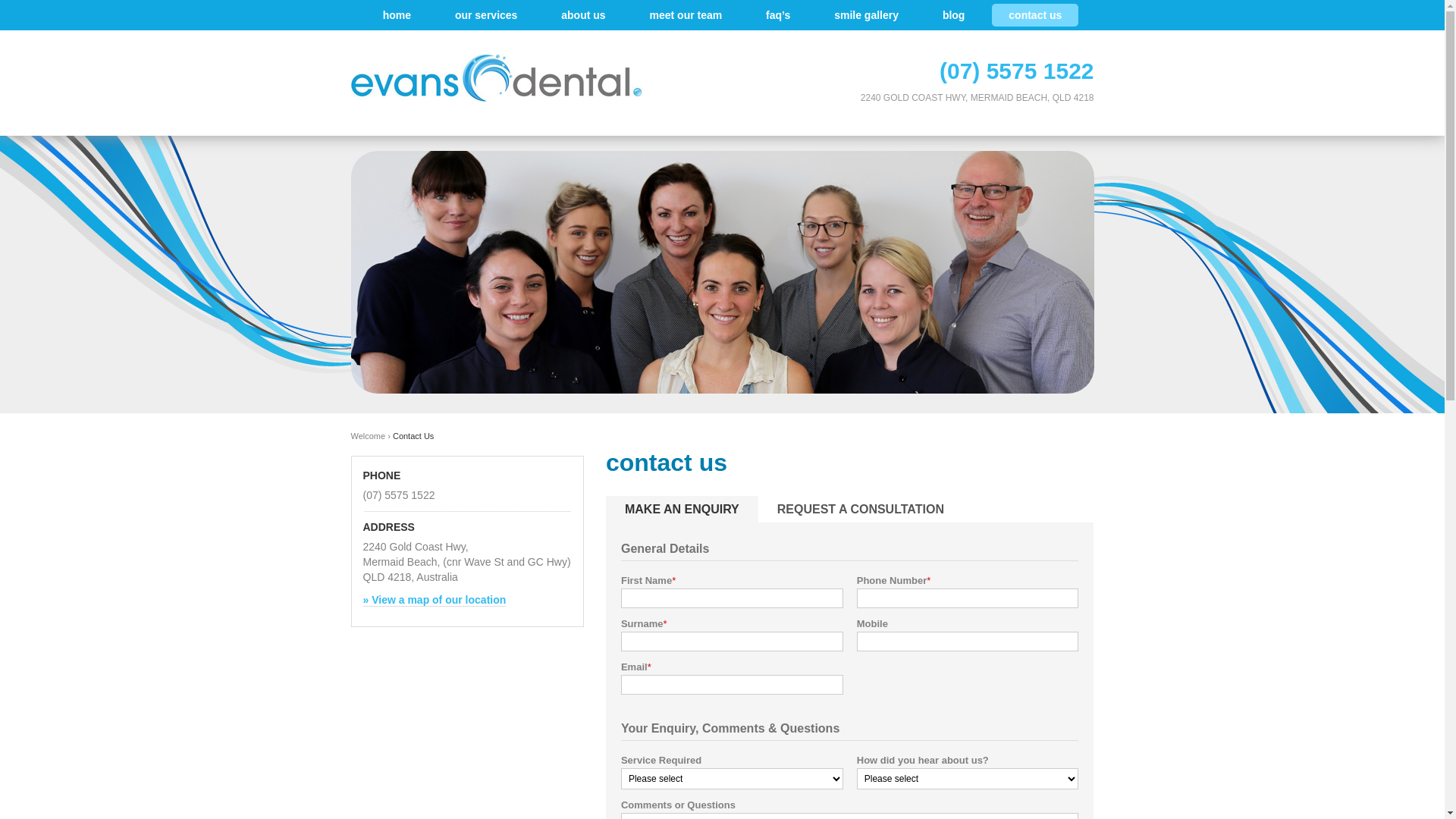  I want to click on 'contact us', so click(1034, 14).